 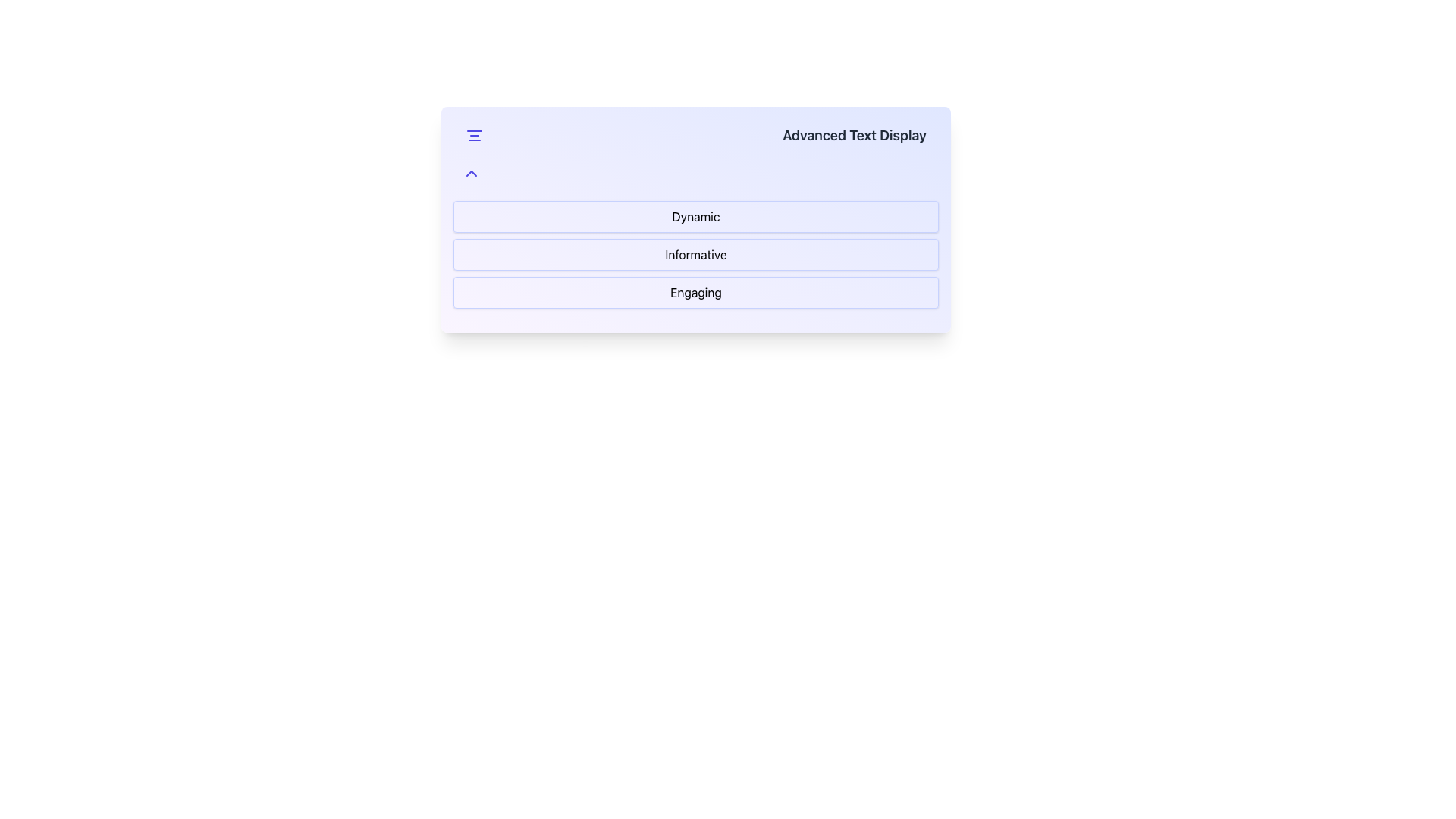 I want to click on the purple Chevron-Up icon located below the hamburger menu, so click(x=471, y=172).